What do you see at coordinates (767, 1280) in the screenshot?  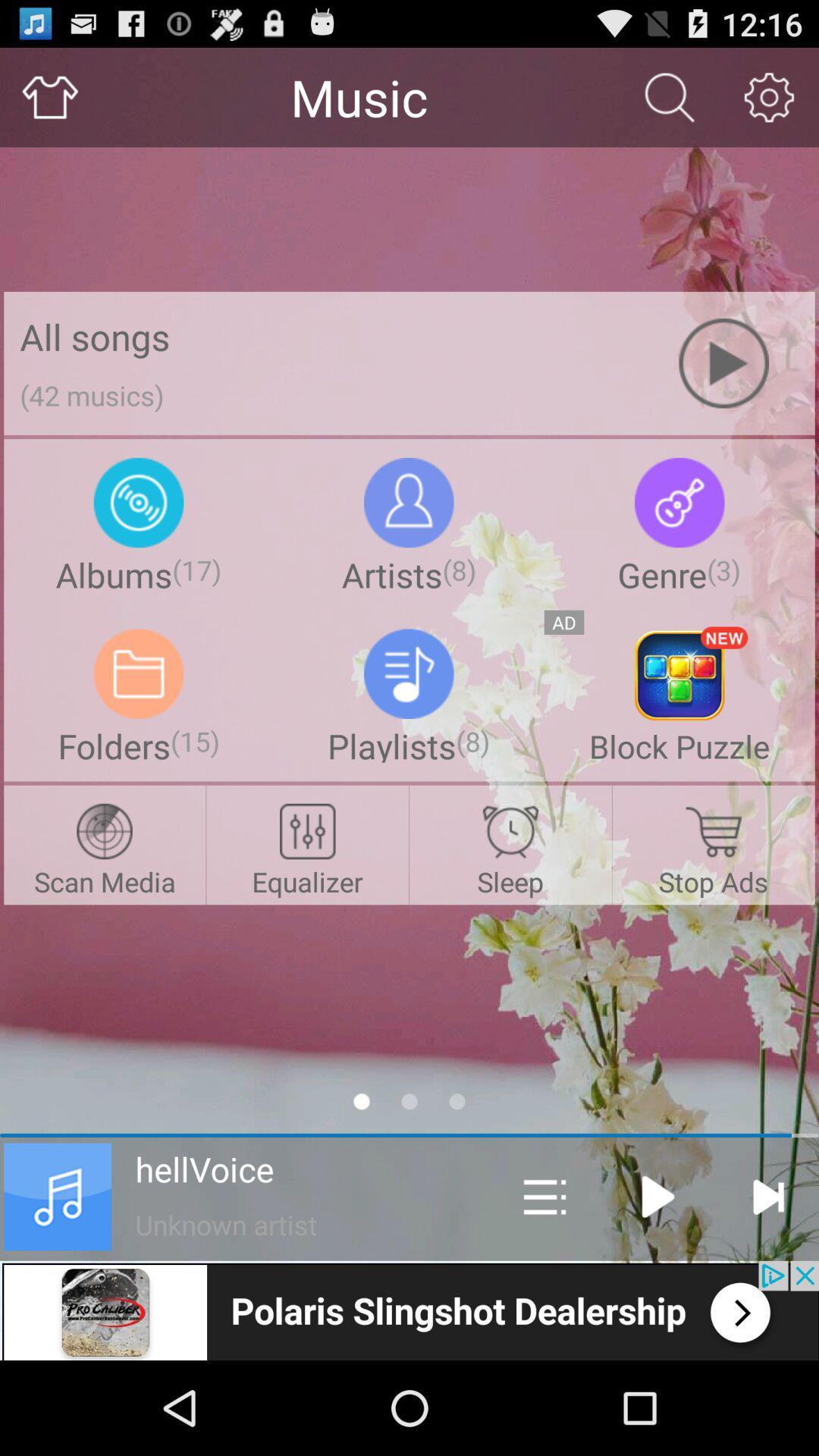 I see `the skip_next icon` at bounding box center [767, 1280].